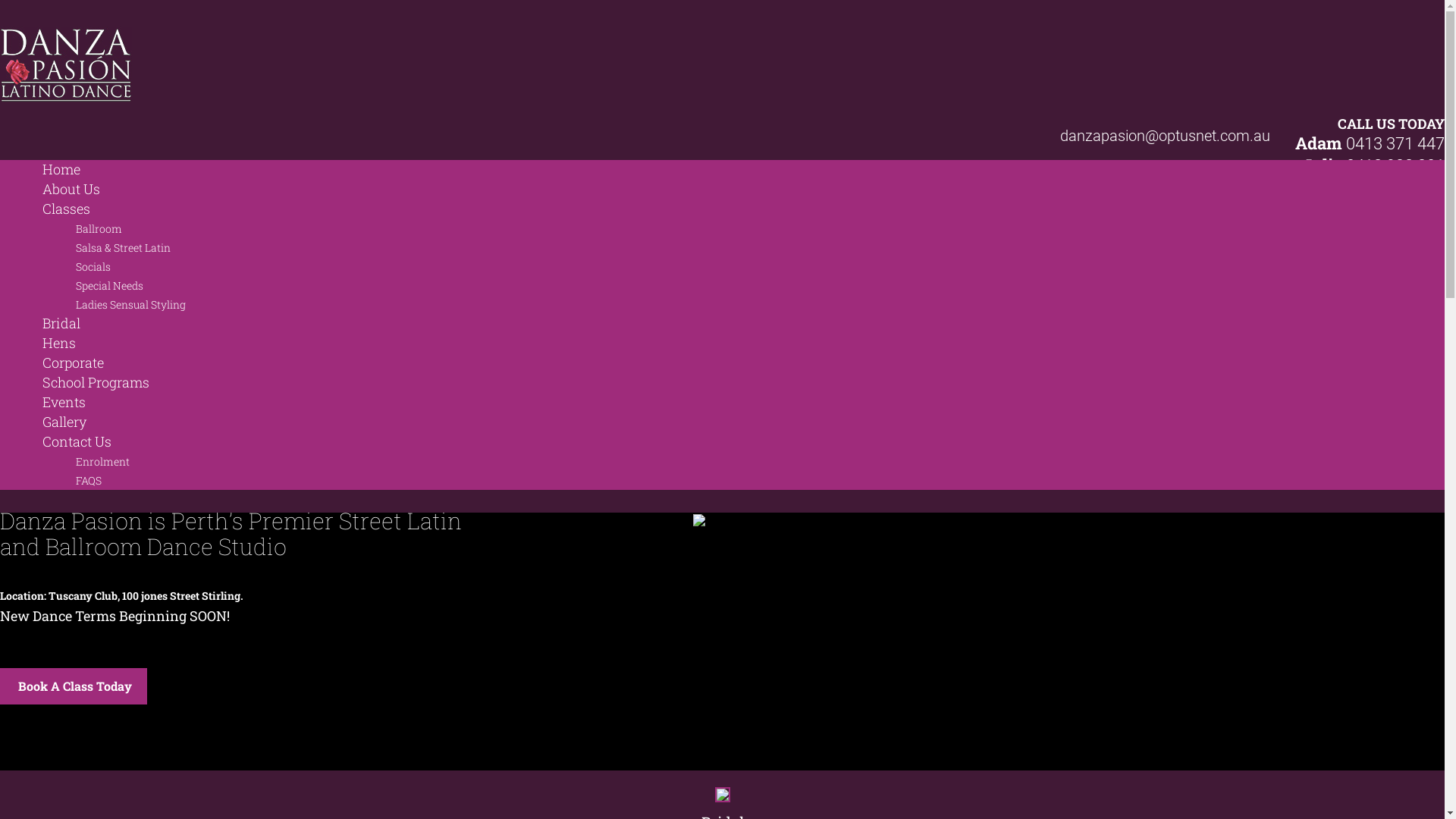  What do you see at coordinates (93, 265) in the screenshot?
I see `'Socials'` at bounding box center [93, 265].